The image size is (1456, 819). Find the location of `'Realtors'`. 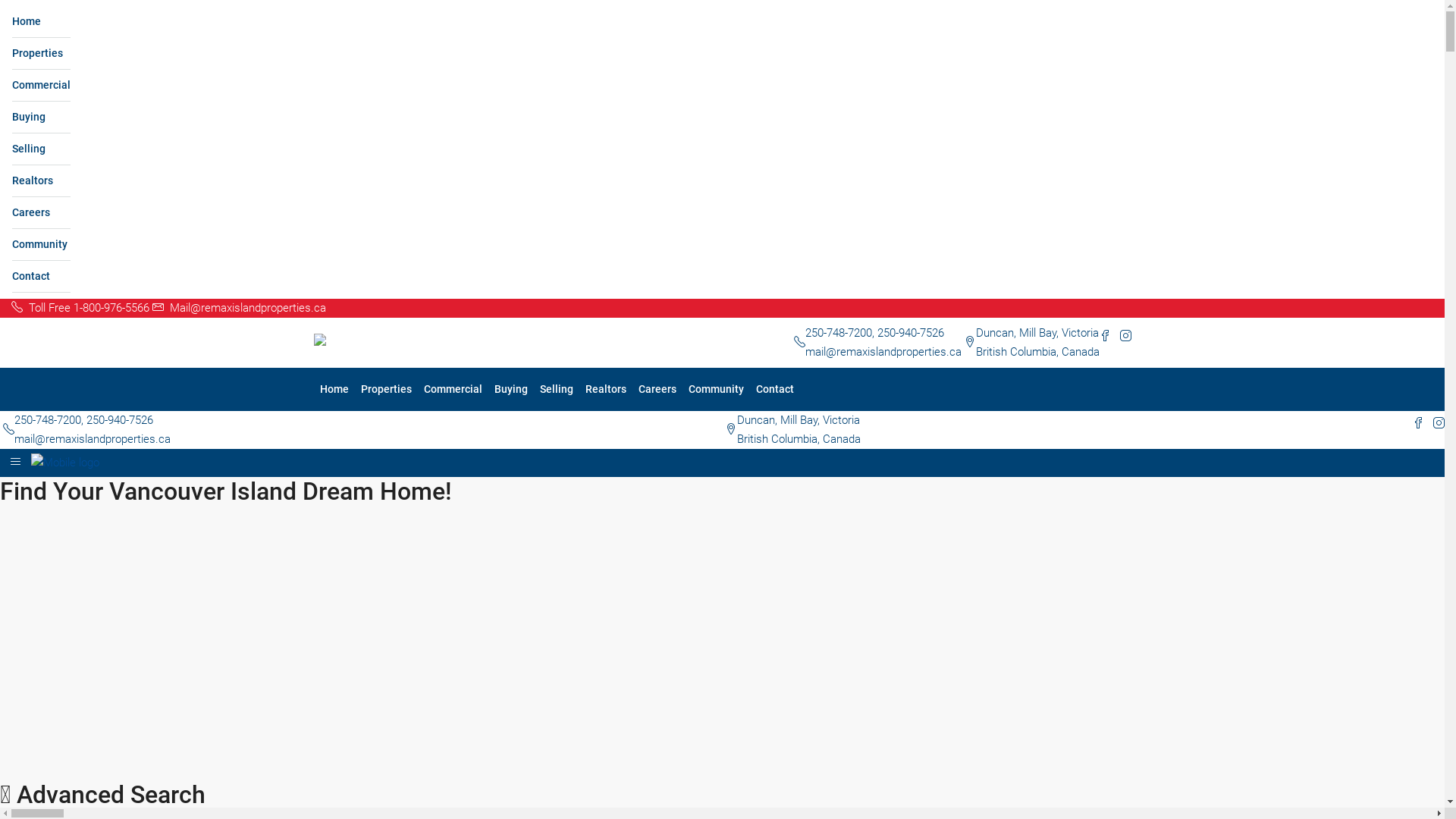

'Realtors' is located at coordinates (11, 180).